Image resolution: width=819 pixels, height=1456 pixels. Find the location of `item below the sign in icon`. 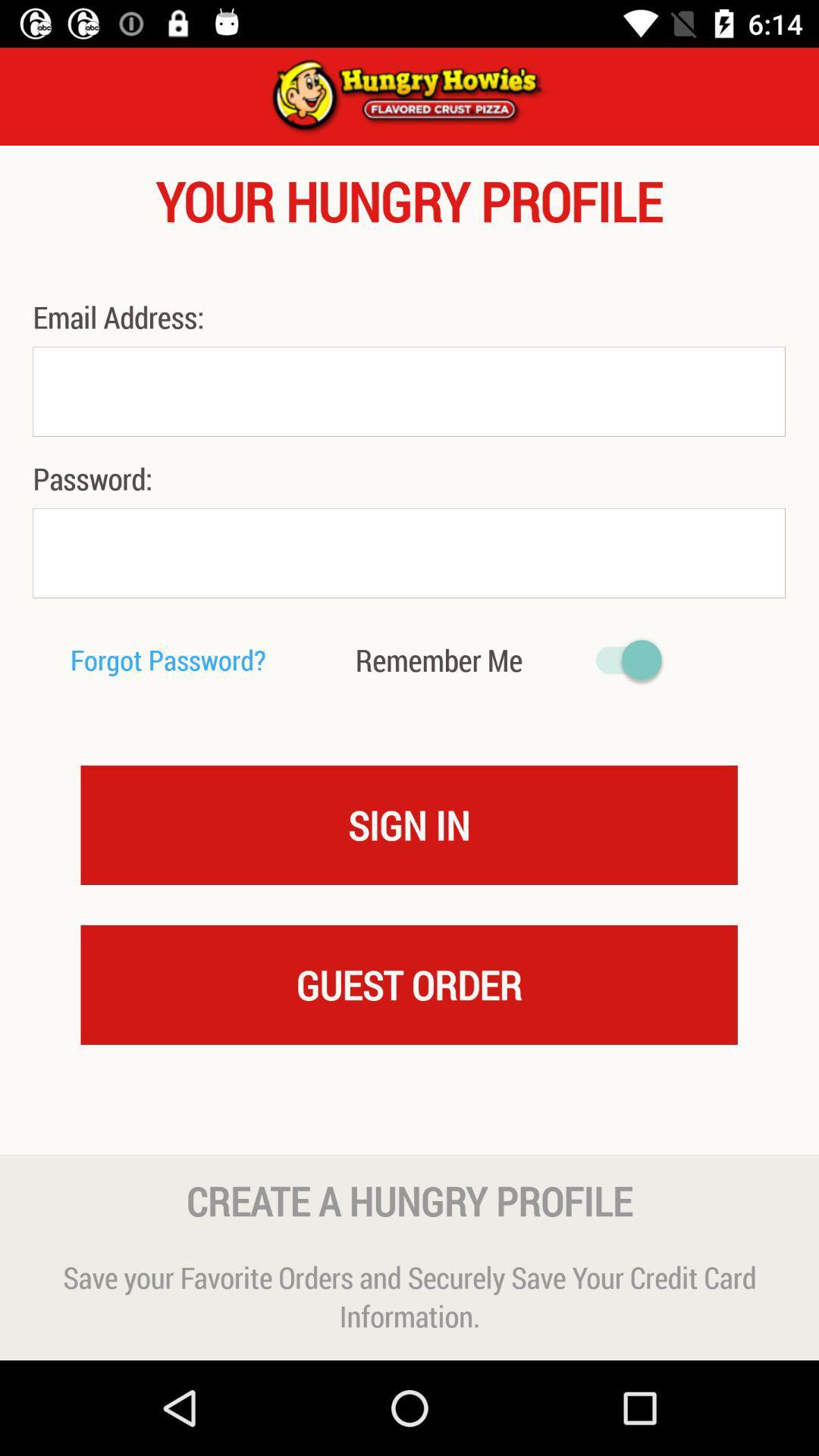

item below the sign in icon is located at coordinates (408, 984).